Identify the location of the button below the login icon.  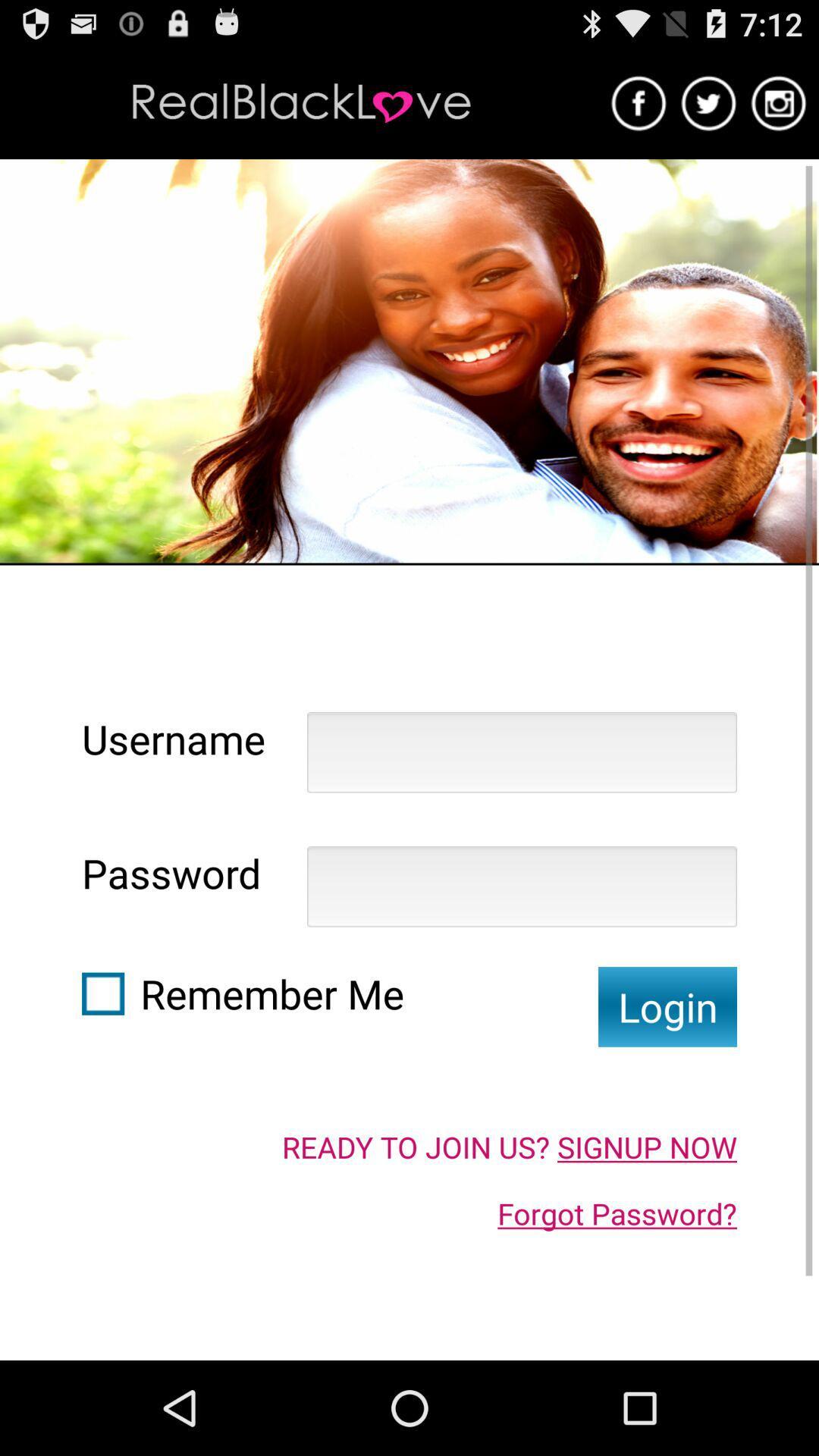
(509, 1147).